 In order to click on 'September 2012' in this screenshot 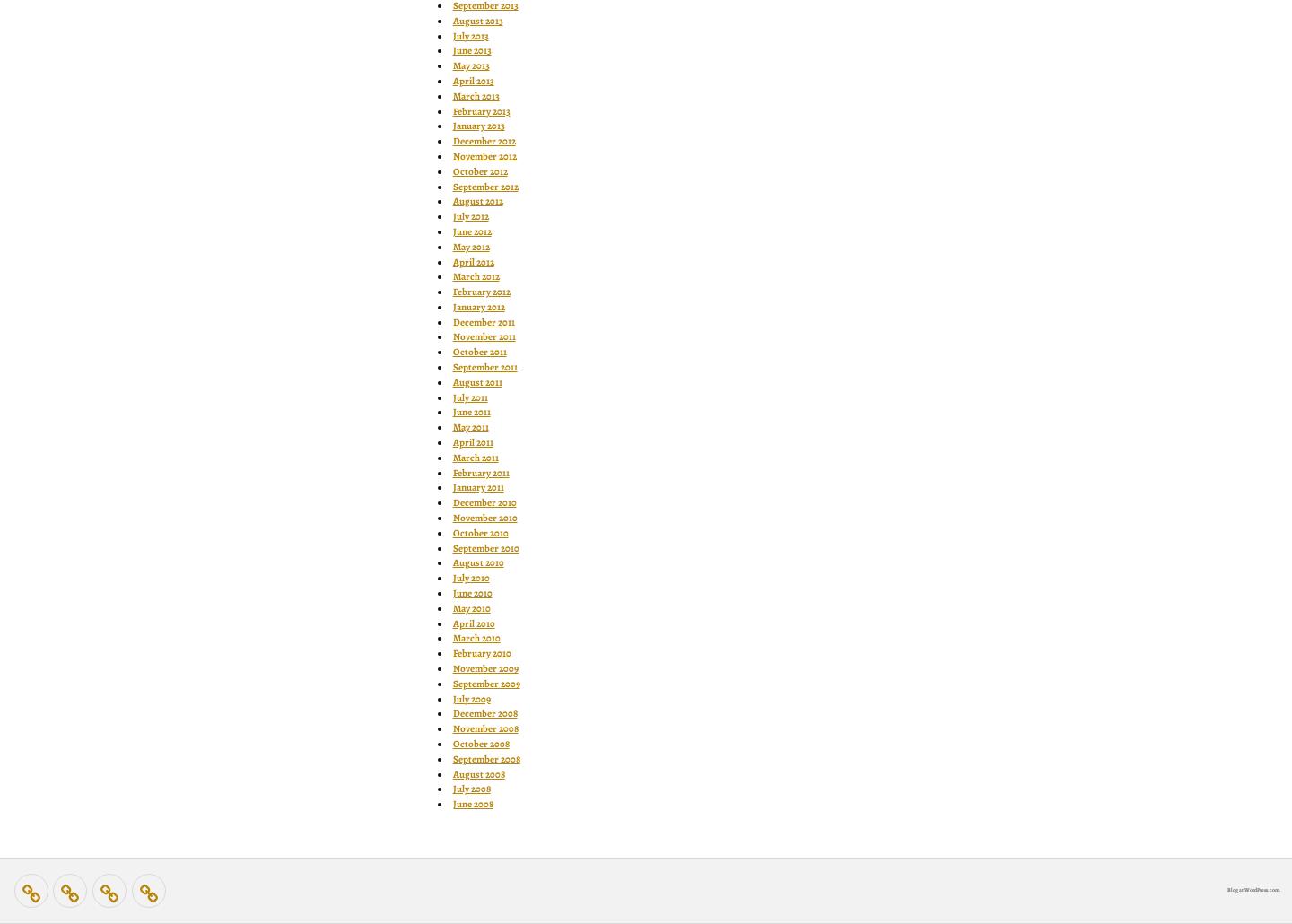, I will do `click(484, 186)`.